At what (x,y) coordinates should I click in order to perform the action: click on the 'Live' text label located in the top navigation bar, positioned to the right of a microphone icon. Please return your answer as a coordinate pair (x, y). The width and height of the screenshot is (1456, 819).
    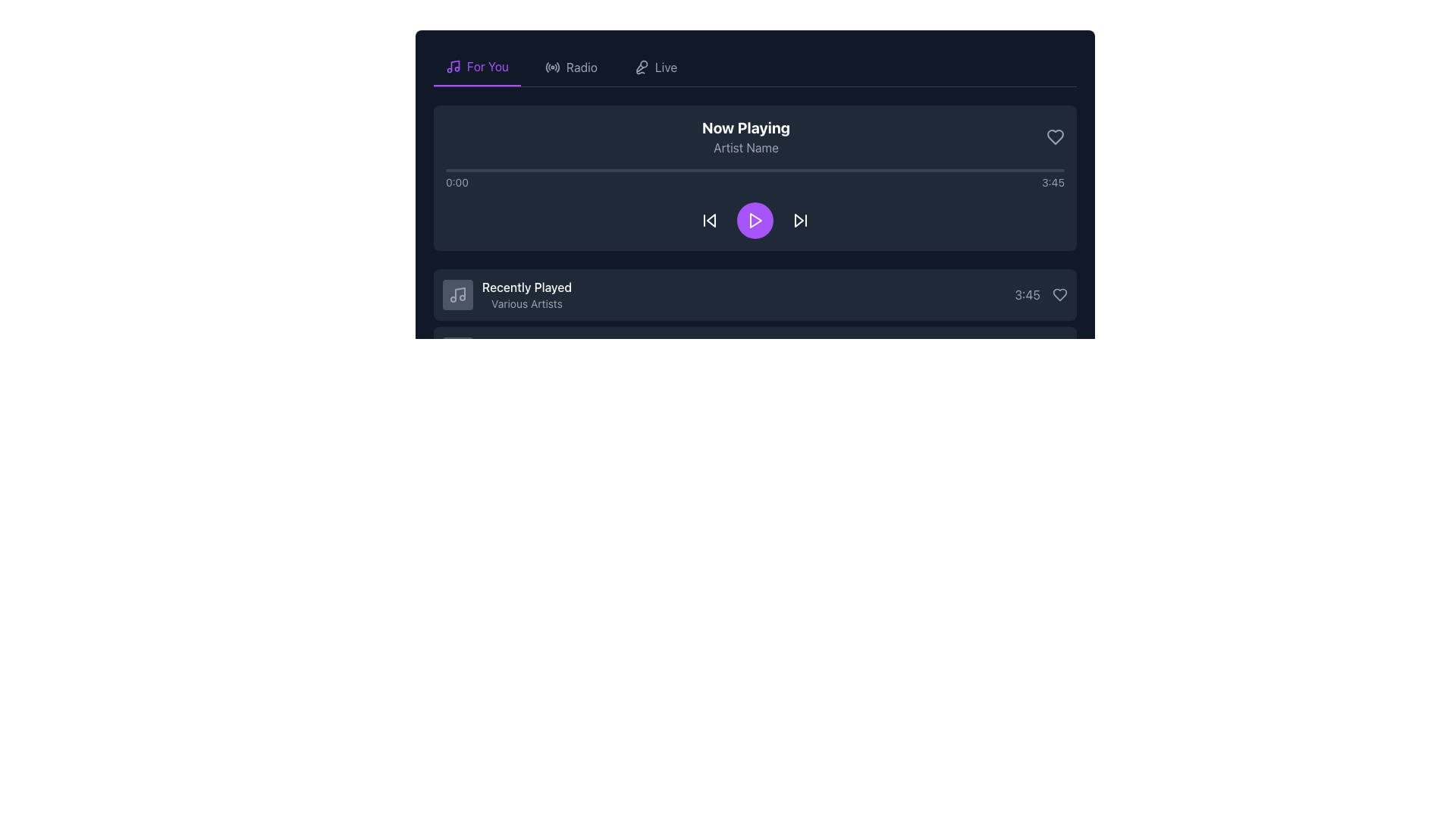
    Looking at the image, I should click on (666, 66).